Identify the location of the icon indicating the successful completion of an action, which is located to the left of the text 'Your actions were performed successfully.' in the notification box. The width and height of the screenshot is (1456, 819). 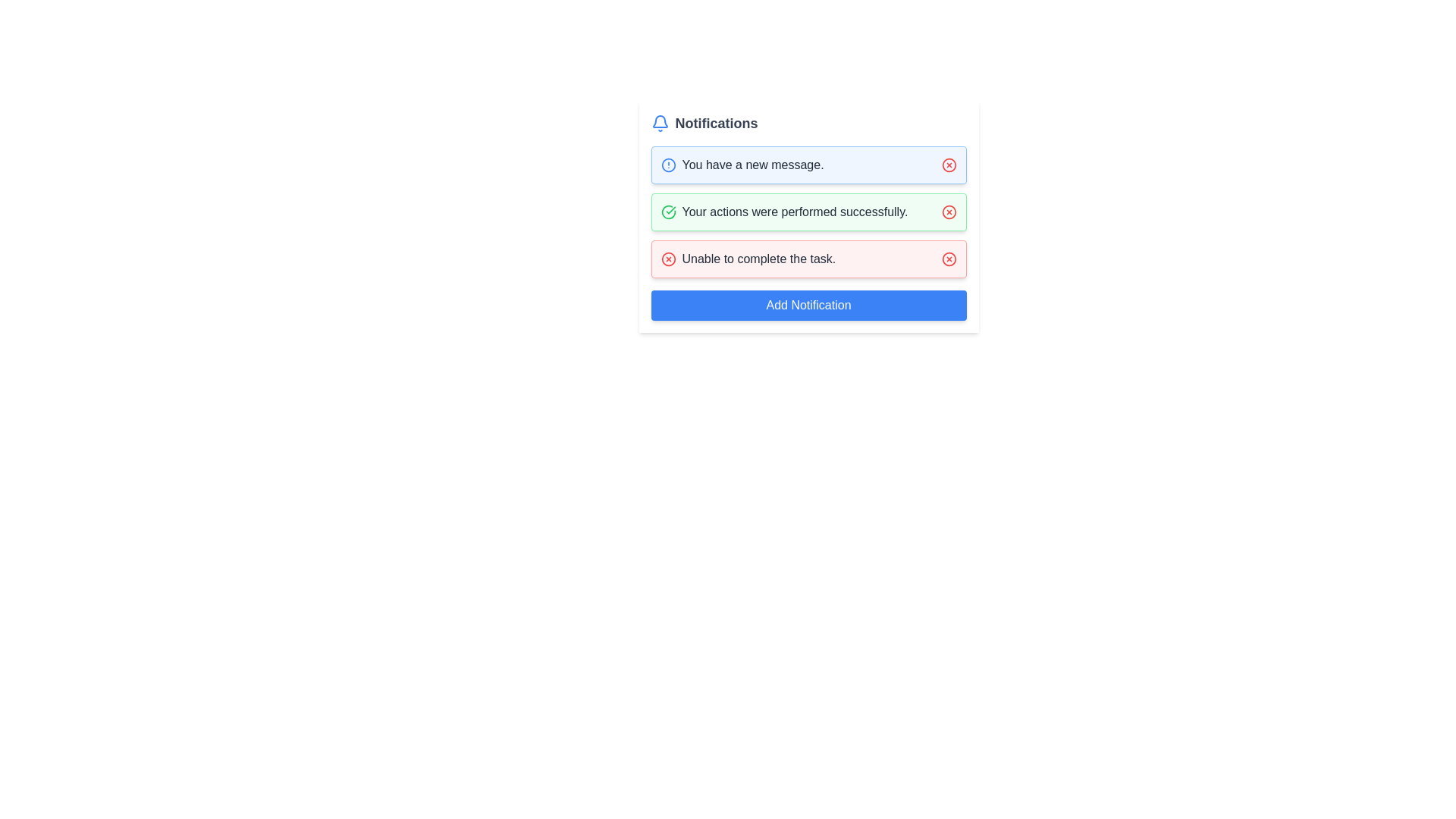
(667, 212).